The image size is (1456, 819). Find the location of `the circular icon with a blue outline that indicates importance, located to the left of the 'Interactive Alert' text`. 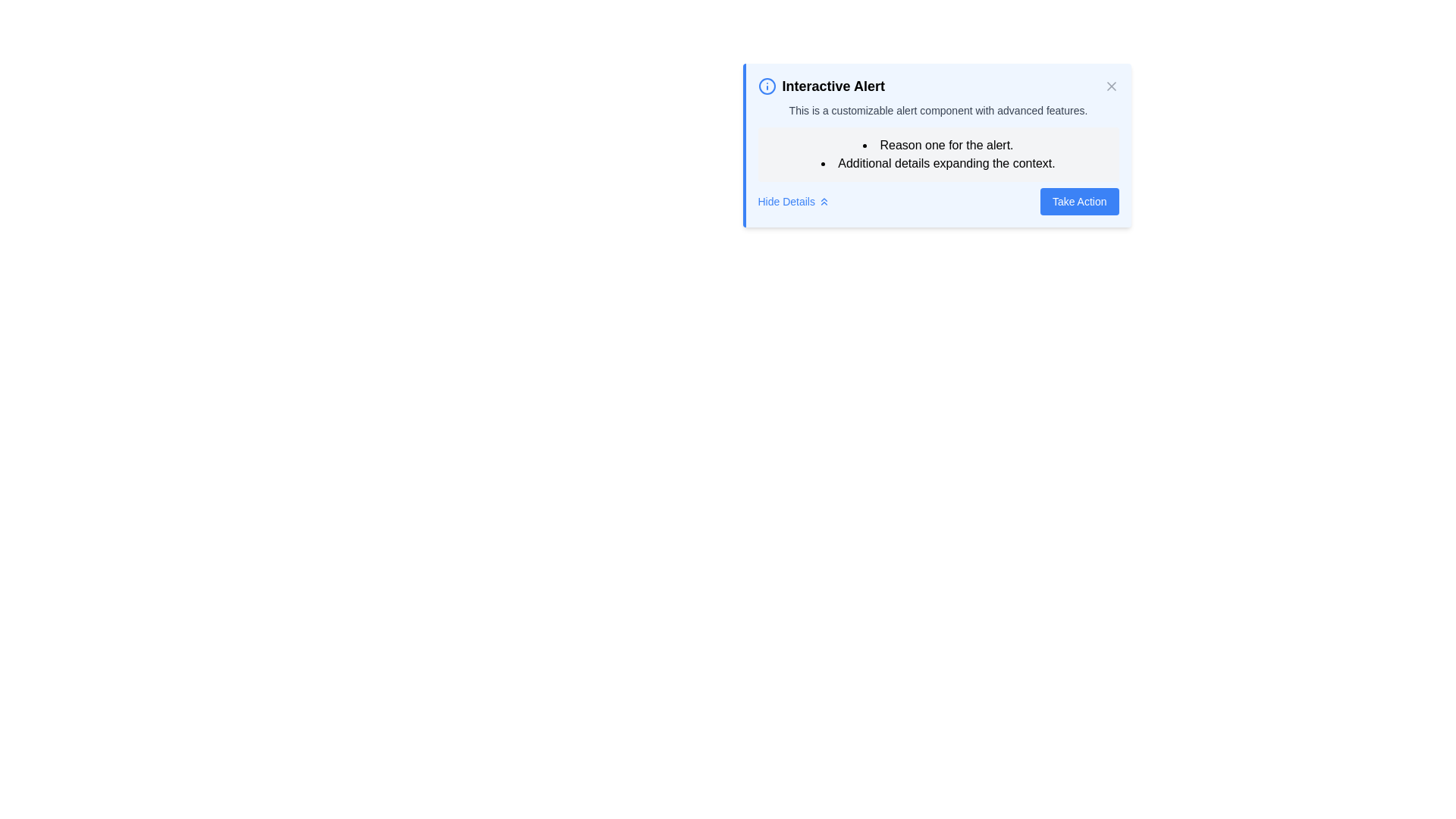

the circular icon with a blue outline that indicates importance, located to the left of the 'Interactive Alert' text is located at coordinates (767, 86).